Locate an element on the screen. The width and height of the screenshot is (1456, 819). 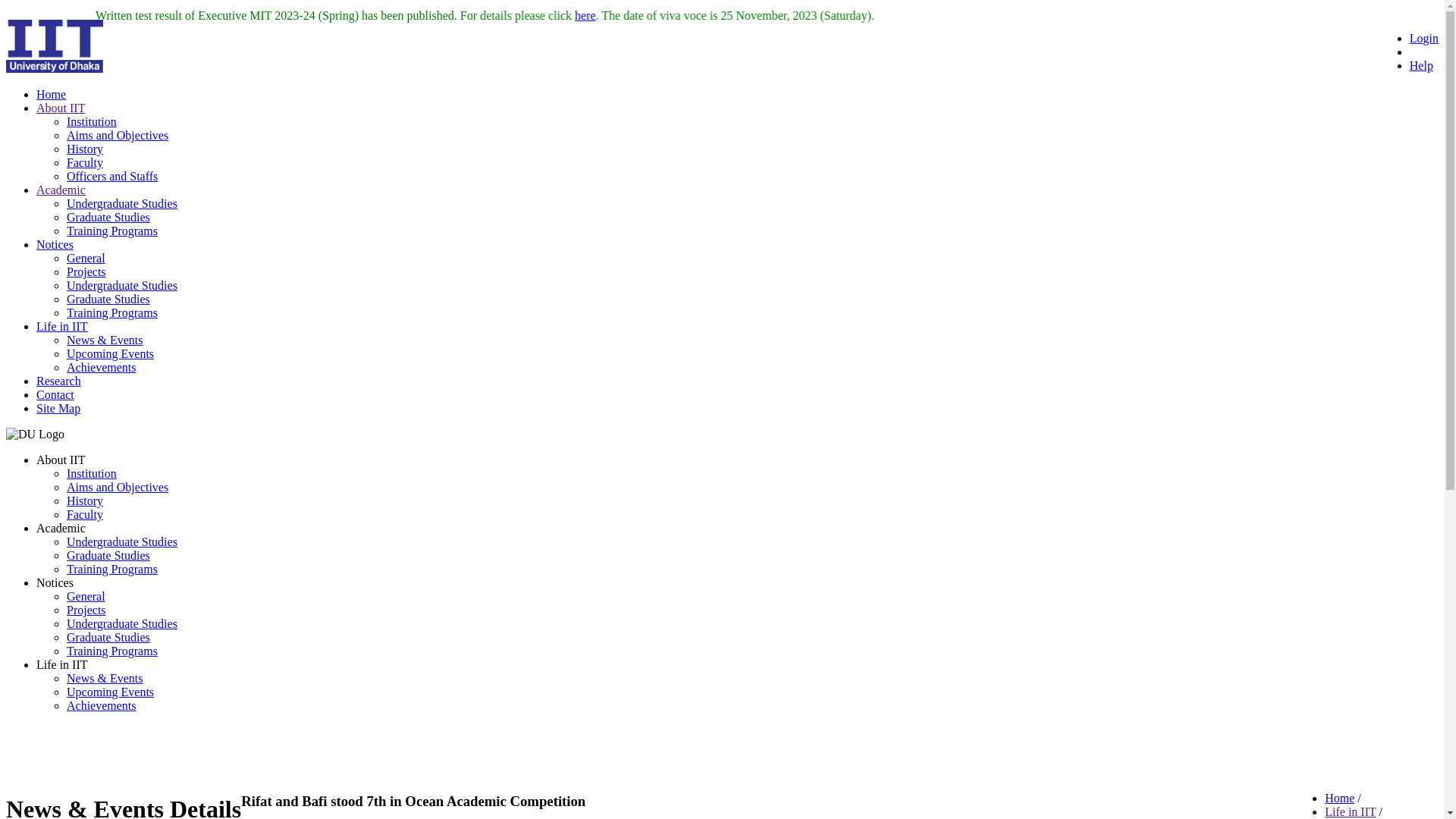
'Institution' is located at coordinates (90, 121).